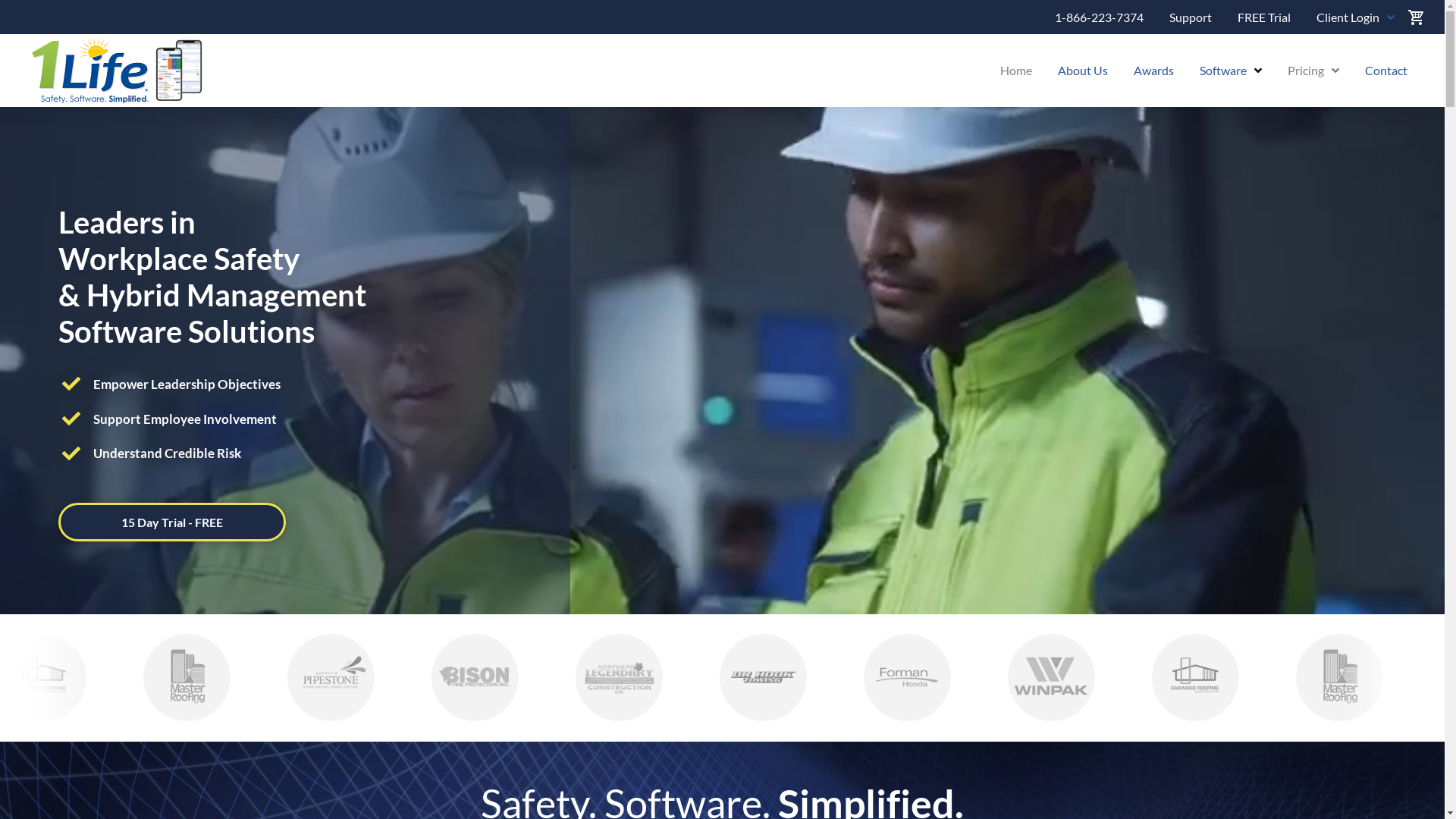 Image resolution: width=1456 pixels, height=819 pixels. Describe the element at coordinates (1386, 70) in the screenshot. I see `'Contact'` at that location.